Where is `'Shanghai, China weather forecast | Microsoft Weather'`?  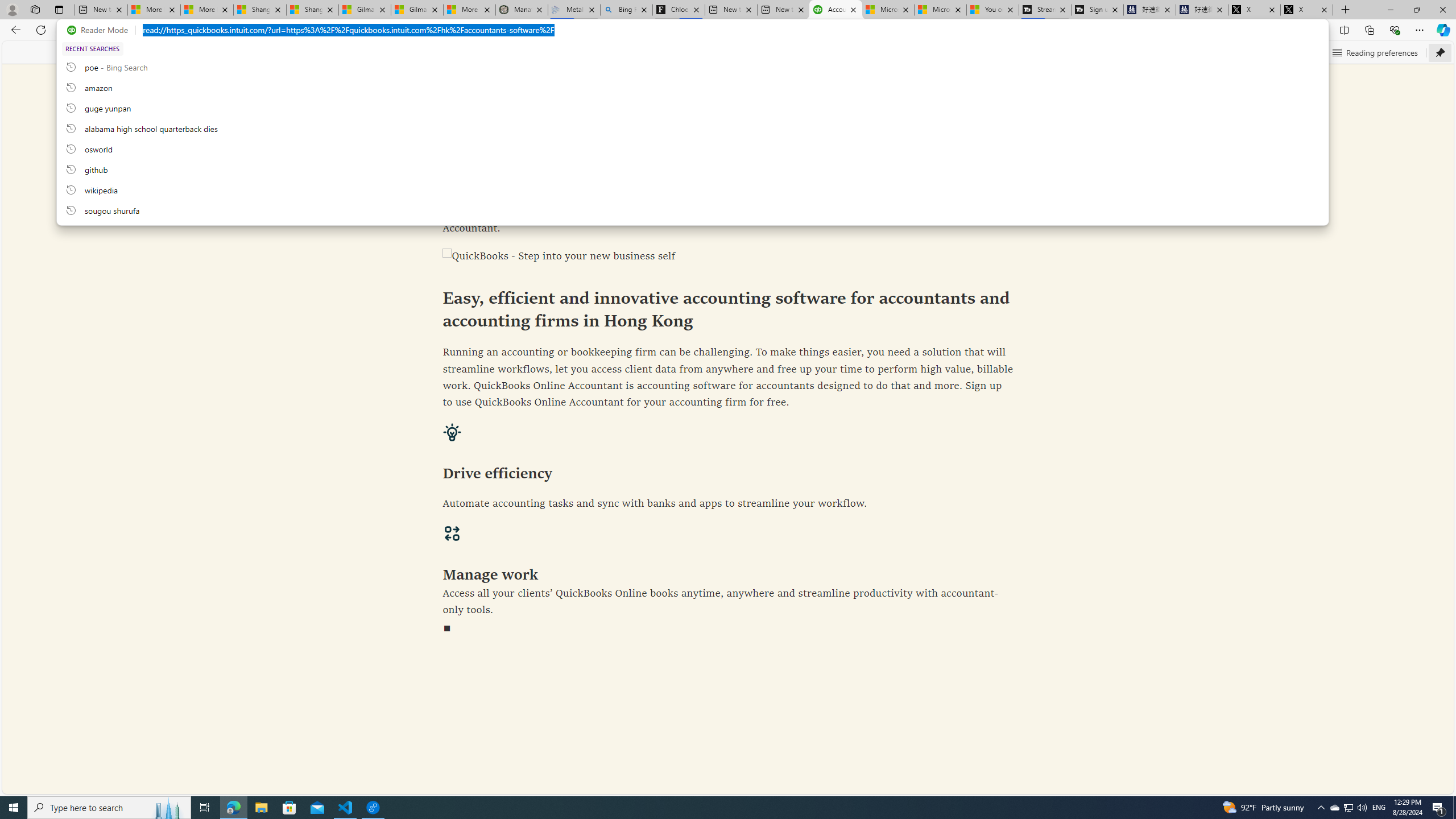
'Shanghai, China weather forecast | Microsoft Weather' is located at coordinates (312, 9).